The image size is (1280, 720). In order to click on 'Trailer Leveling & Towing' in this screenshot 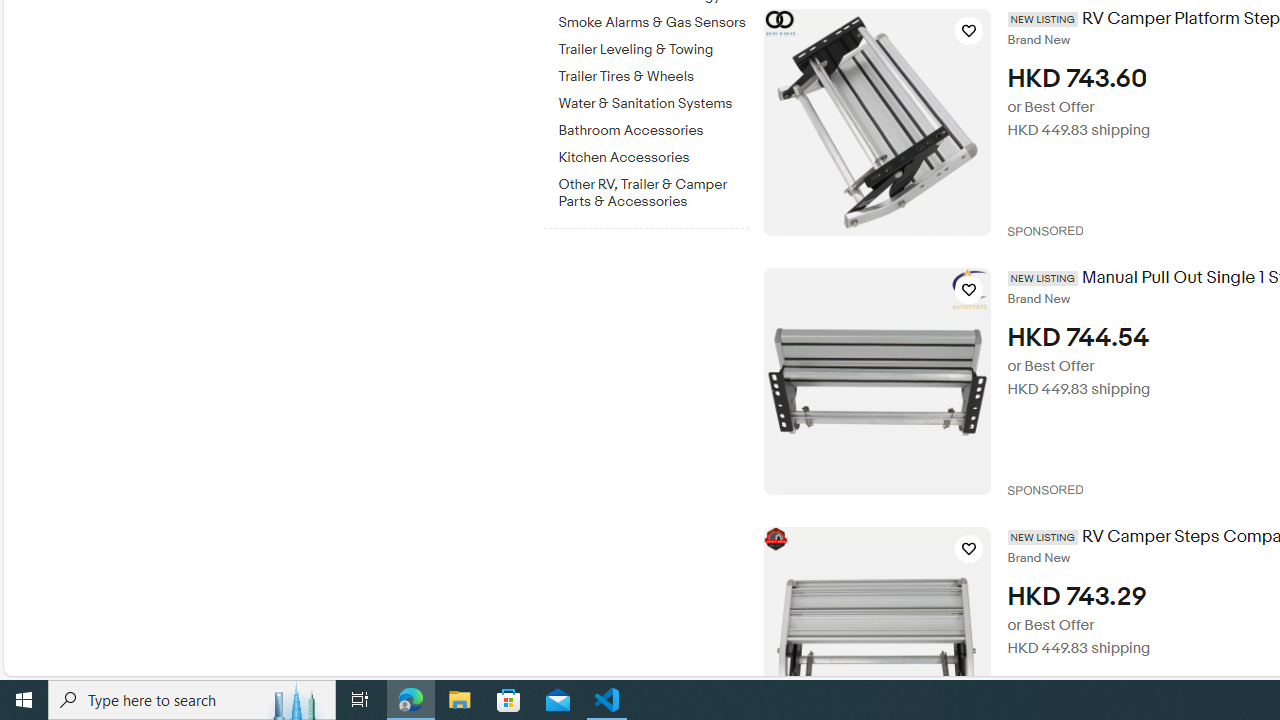, I will do `click(653, 49)`.